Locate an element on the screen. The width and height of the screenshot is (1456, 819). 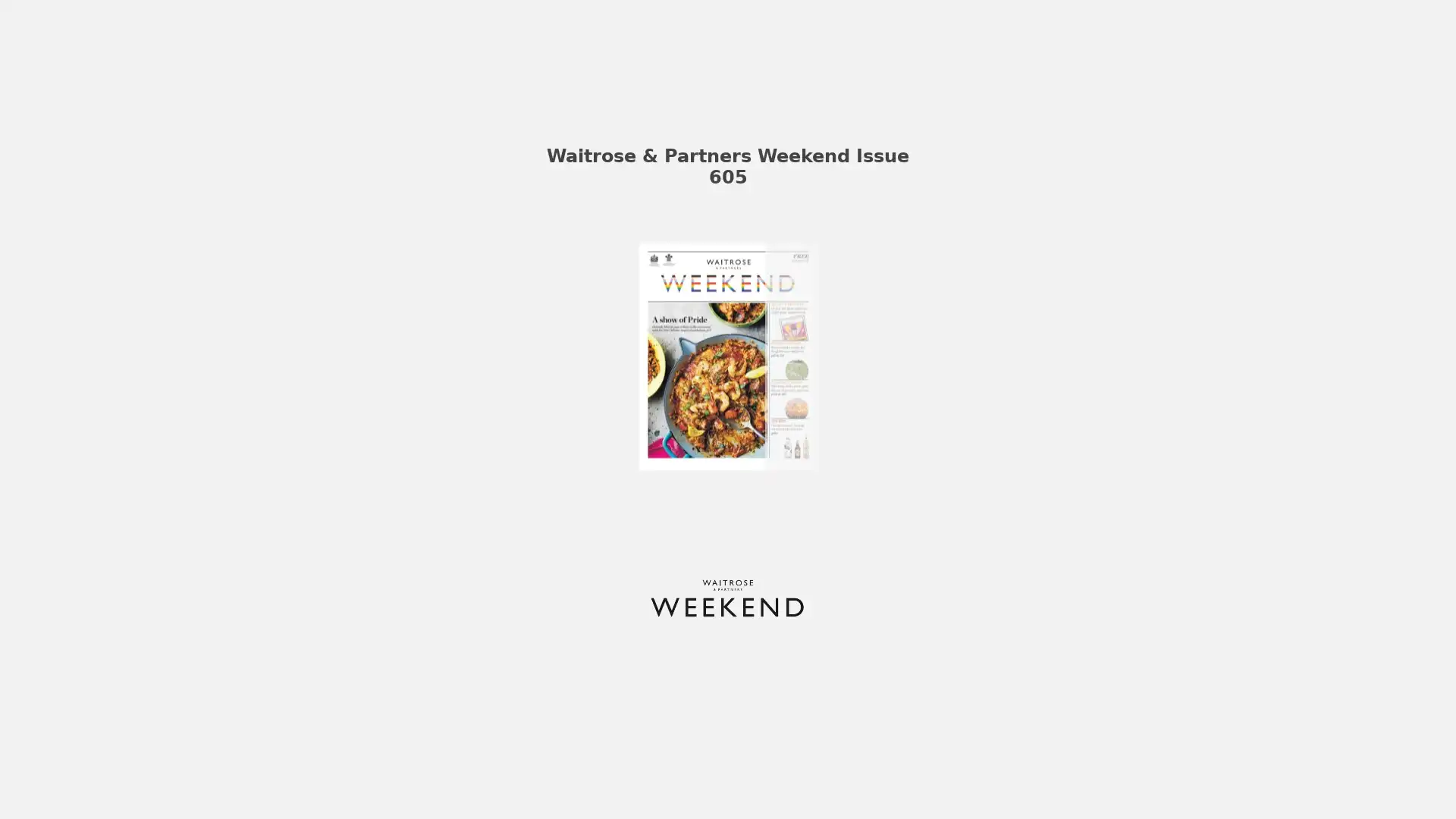
Last Page is located at coordinates (1016, 758).